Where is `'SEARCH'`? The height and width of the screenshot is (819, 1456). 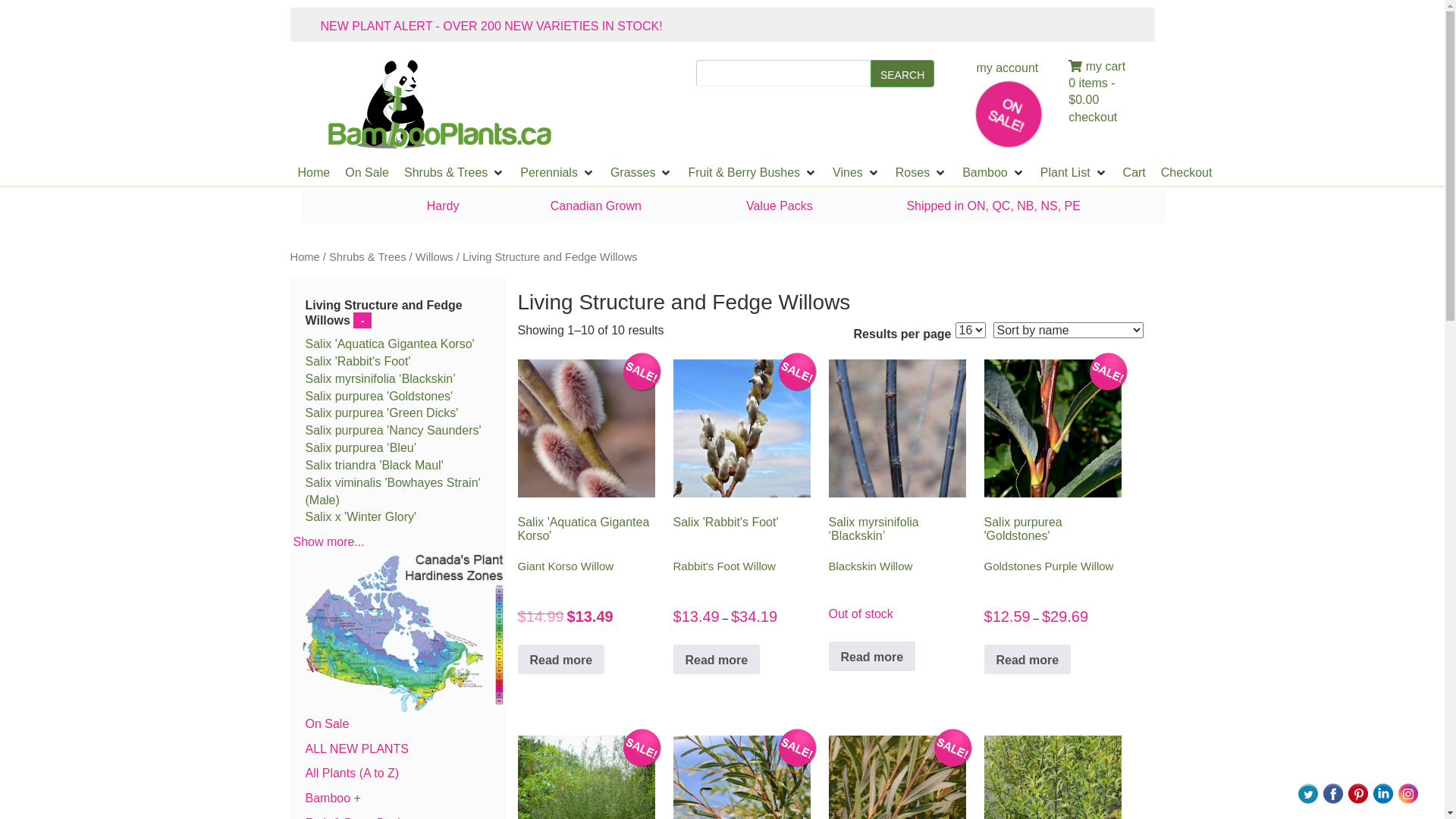 'SEARCH' is located at coordinates (902, 73).